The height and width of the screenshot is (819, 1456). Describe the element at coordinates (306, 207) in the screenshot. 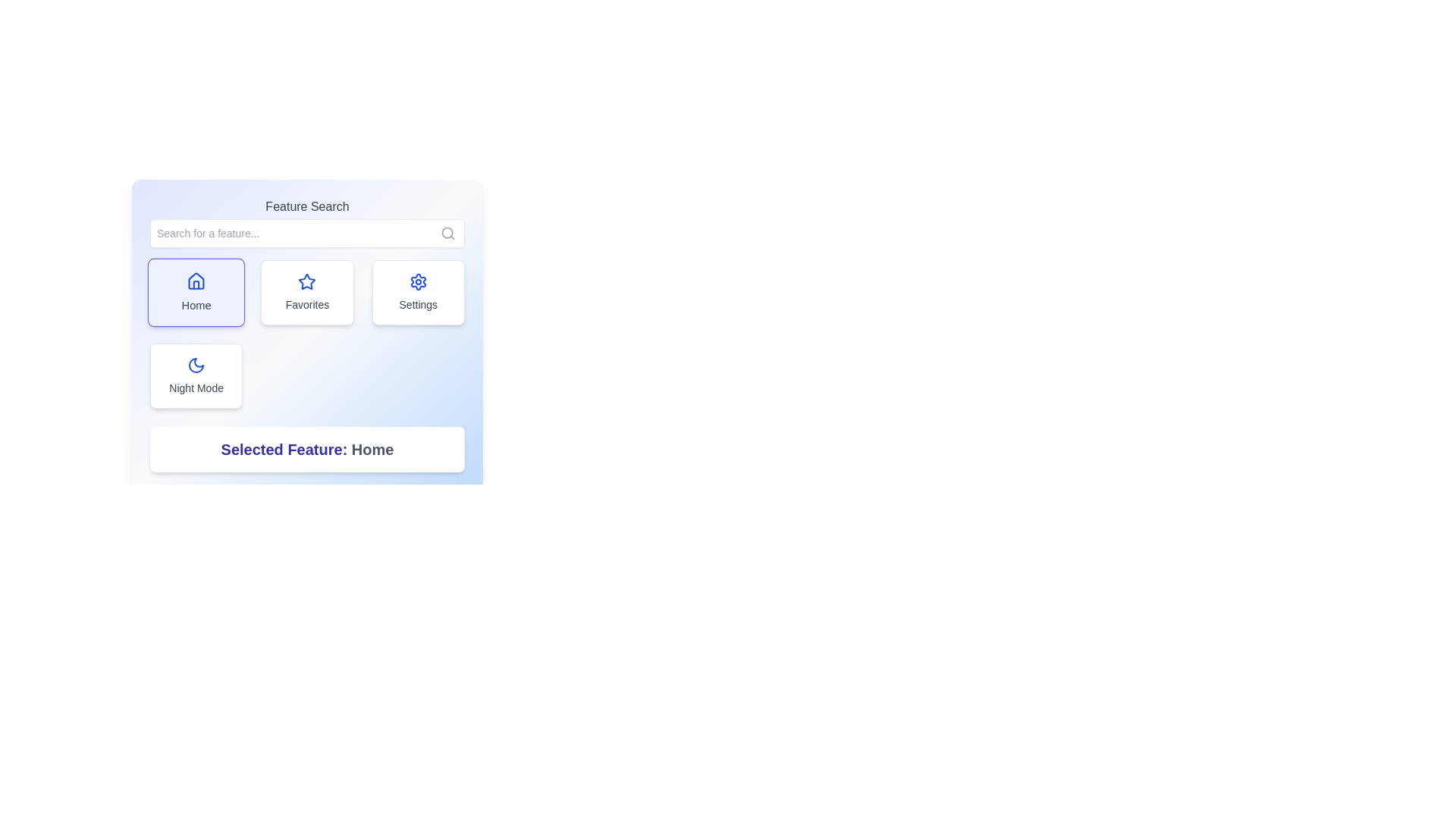

I see `the label that serves as a title for the feature search section, which is positioned above the search input field` at that location.